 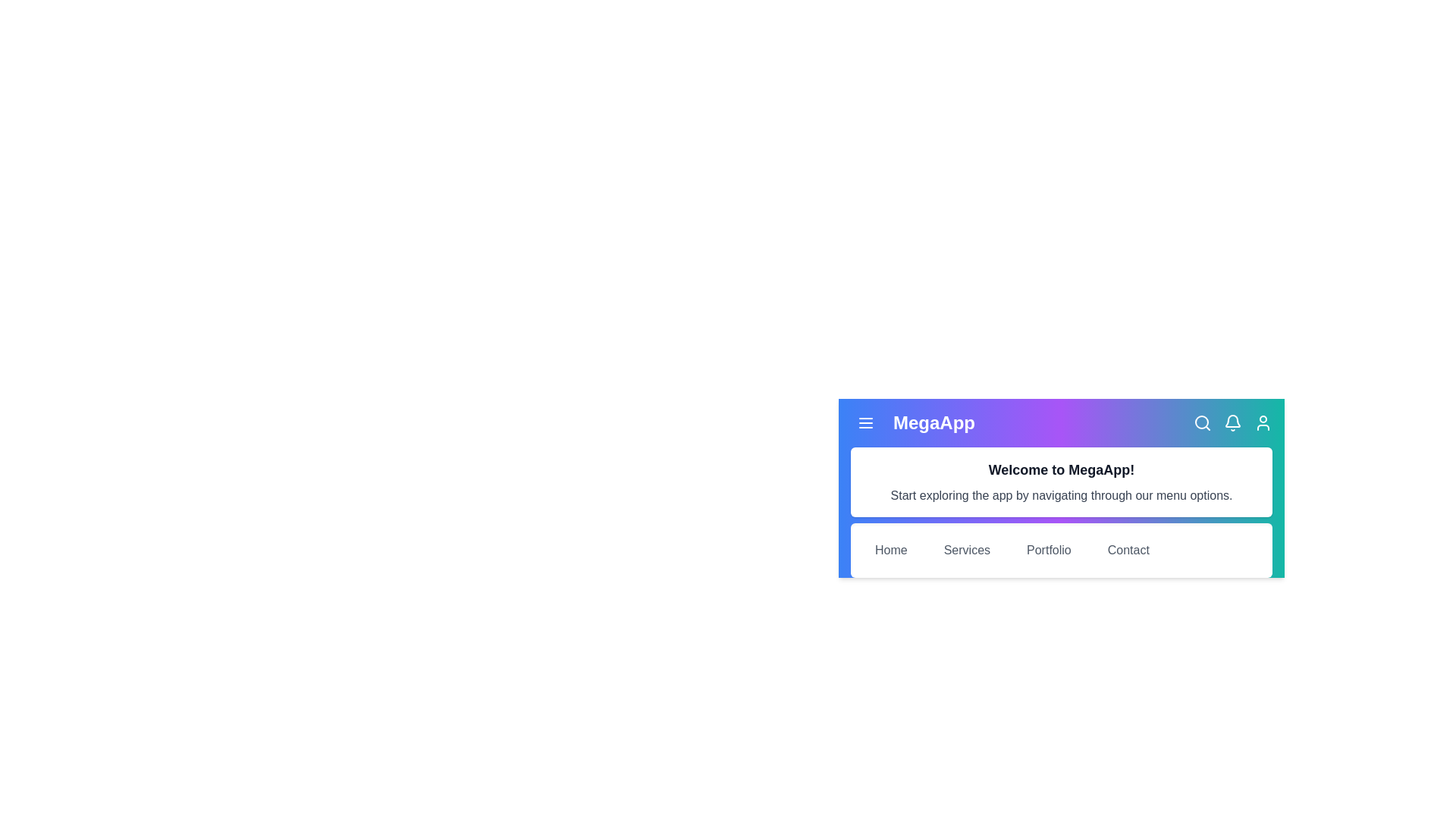 I want to click on the search icon to initiate a search, so click(x=1201, y=423).